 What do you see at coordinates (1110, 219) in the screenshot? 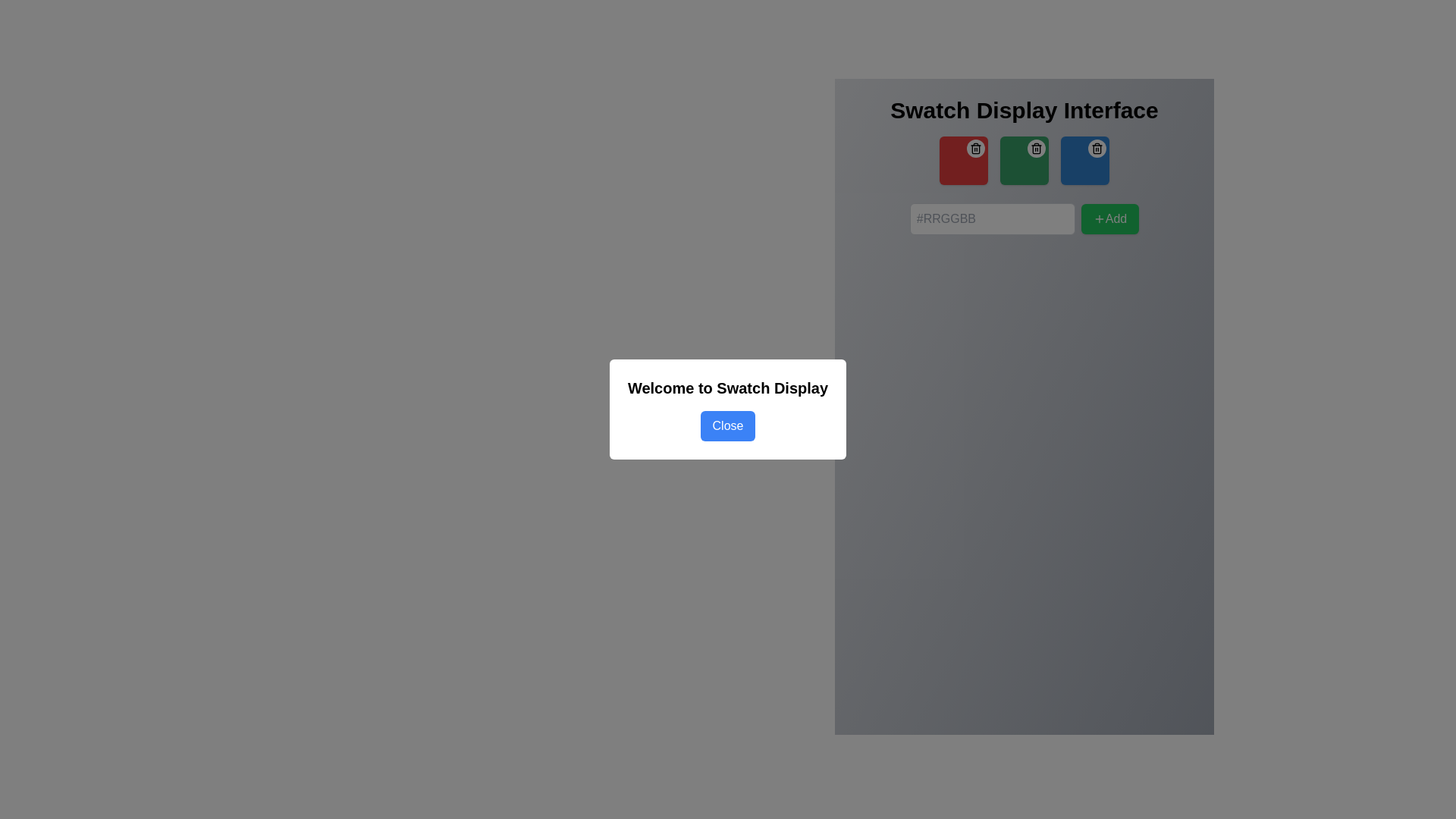
I see `the button designed to add a new item or selection, located on the right side of the row adjacent to the input field` at bounding box center [1110, 219].